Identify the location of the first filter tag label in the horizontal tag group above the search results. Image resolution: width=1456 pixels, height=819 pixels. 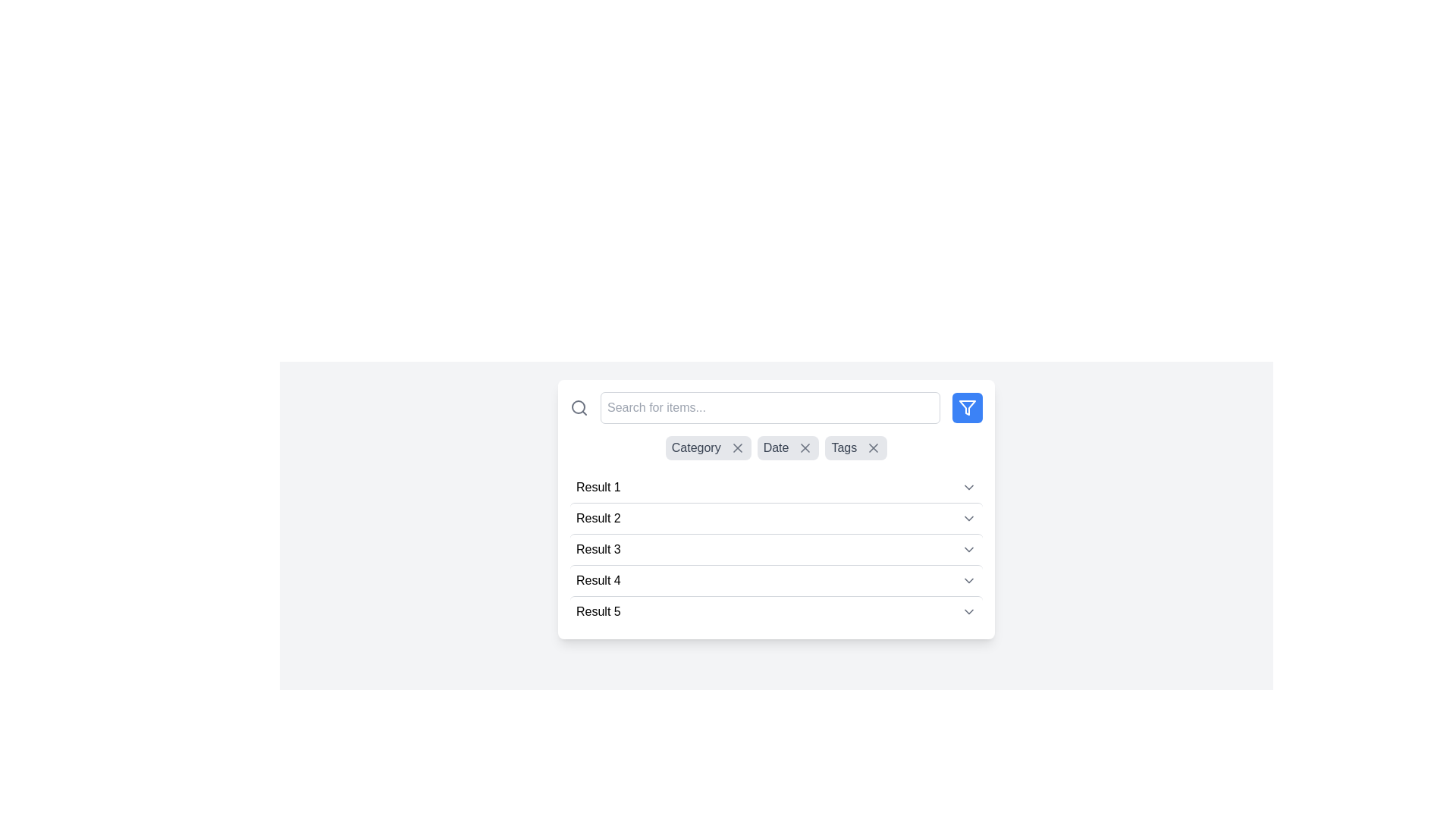
(695, 447).